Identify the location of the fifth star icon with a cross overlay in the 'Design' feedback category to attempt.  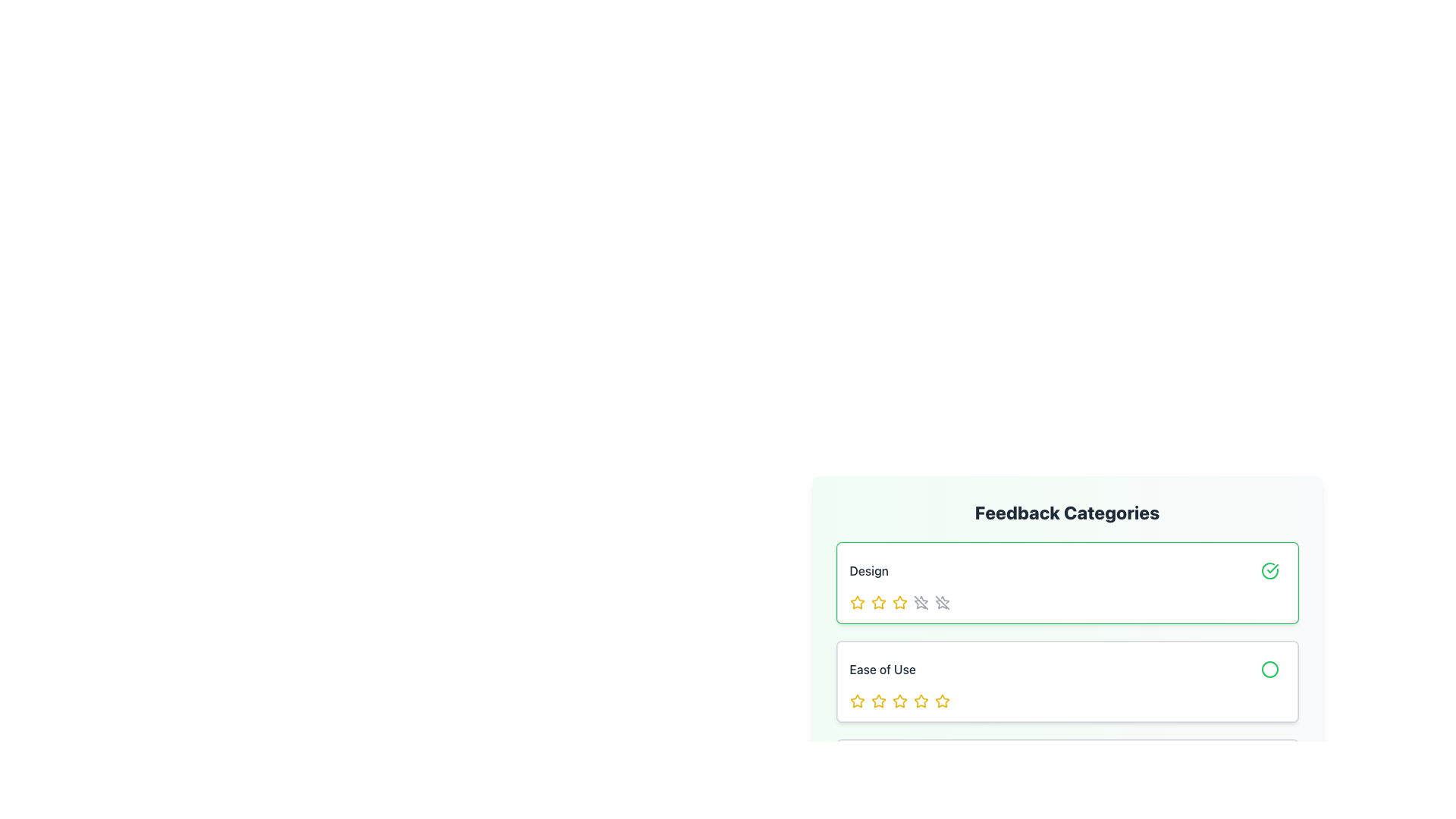
(920, 601).